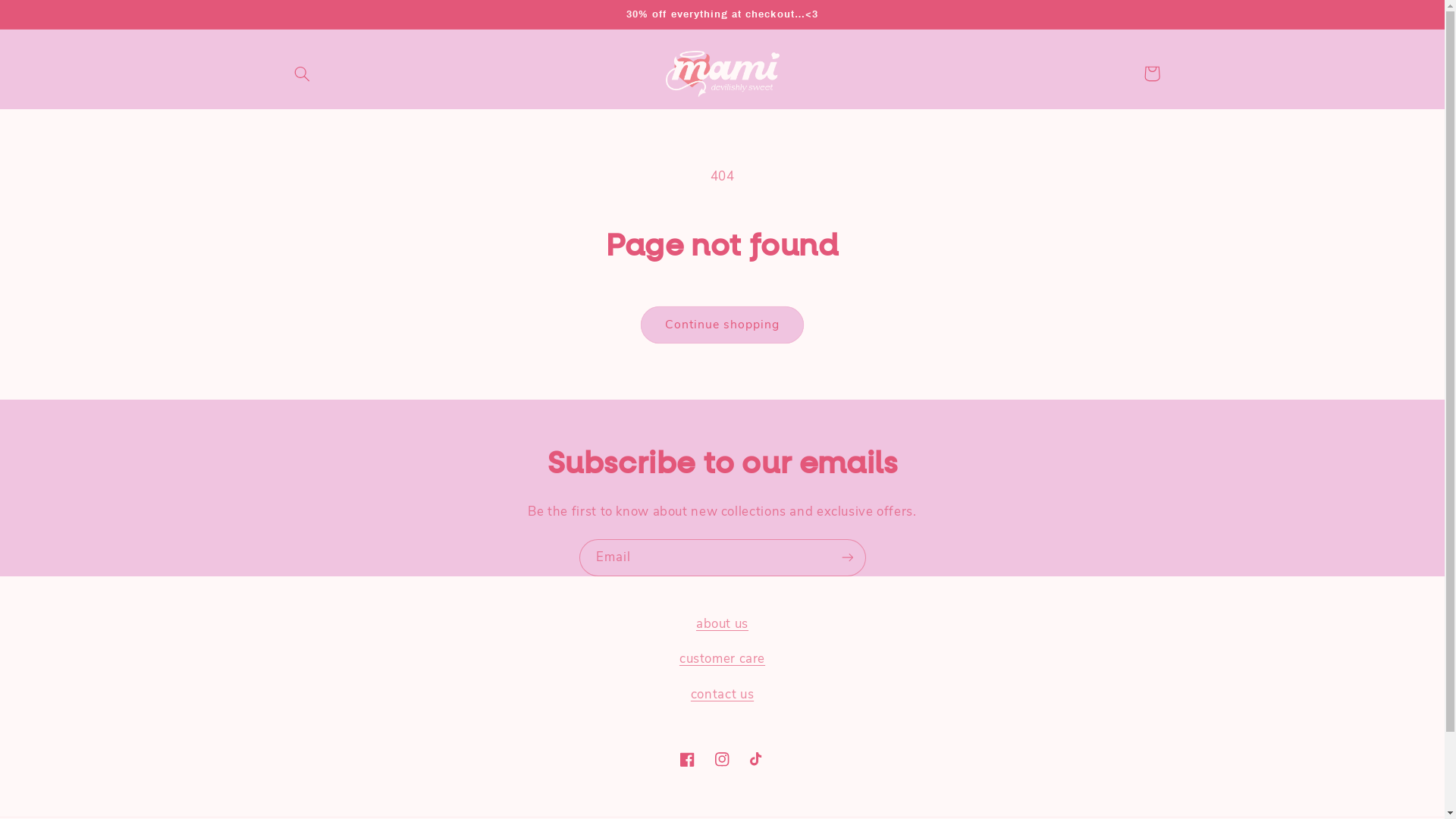  What do you see at coordinates (695, 623) in the screenshot?
I see `'about us'` at bounding box center [695, 623].